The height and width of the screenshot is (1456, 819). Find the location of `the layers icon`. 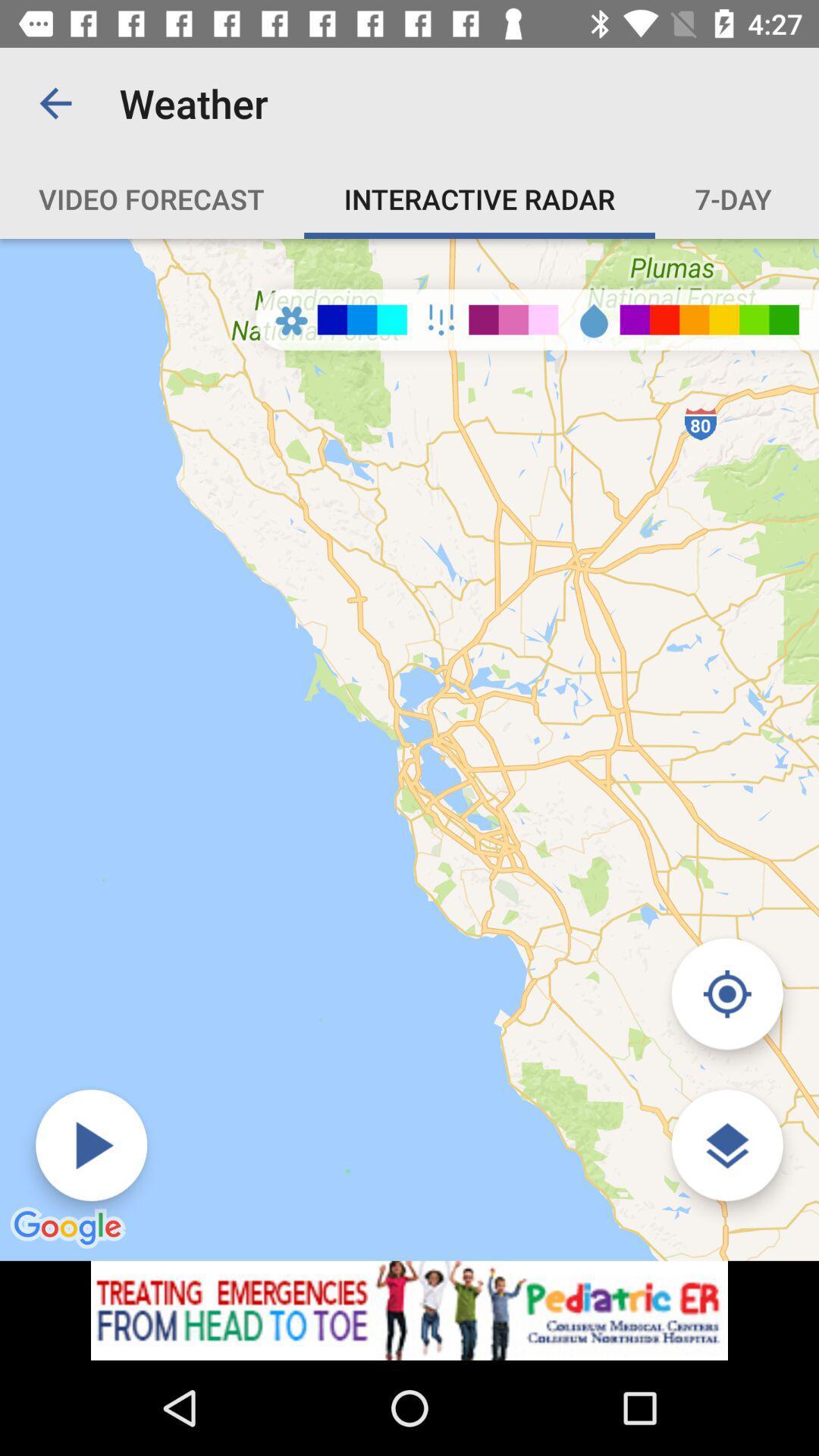

the layers icon is located at coordinates (726, 1145).